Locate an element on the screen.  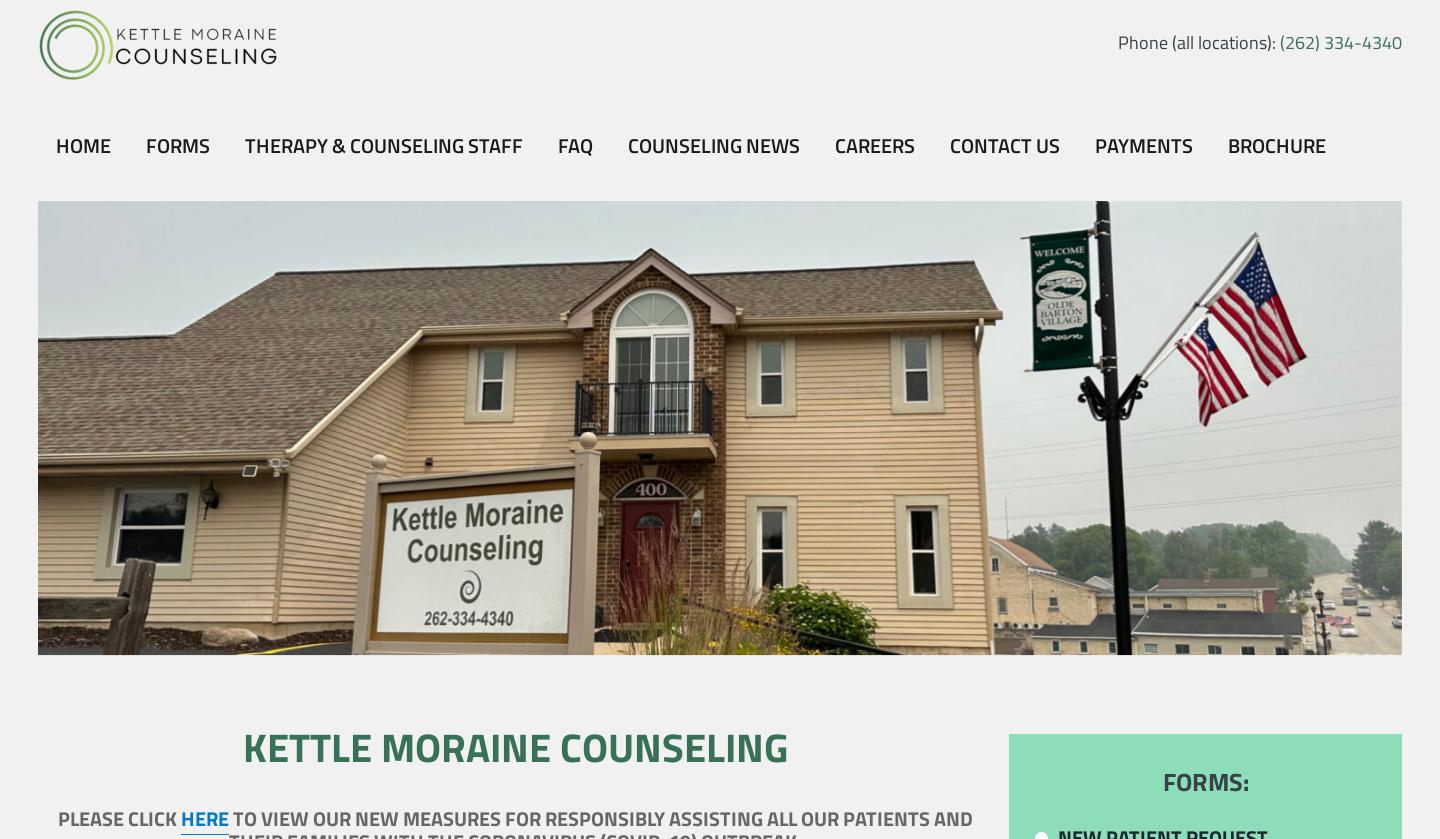
'Forms' is located at coordinates (175, 145).